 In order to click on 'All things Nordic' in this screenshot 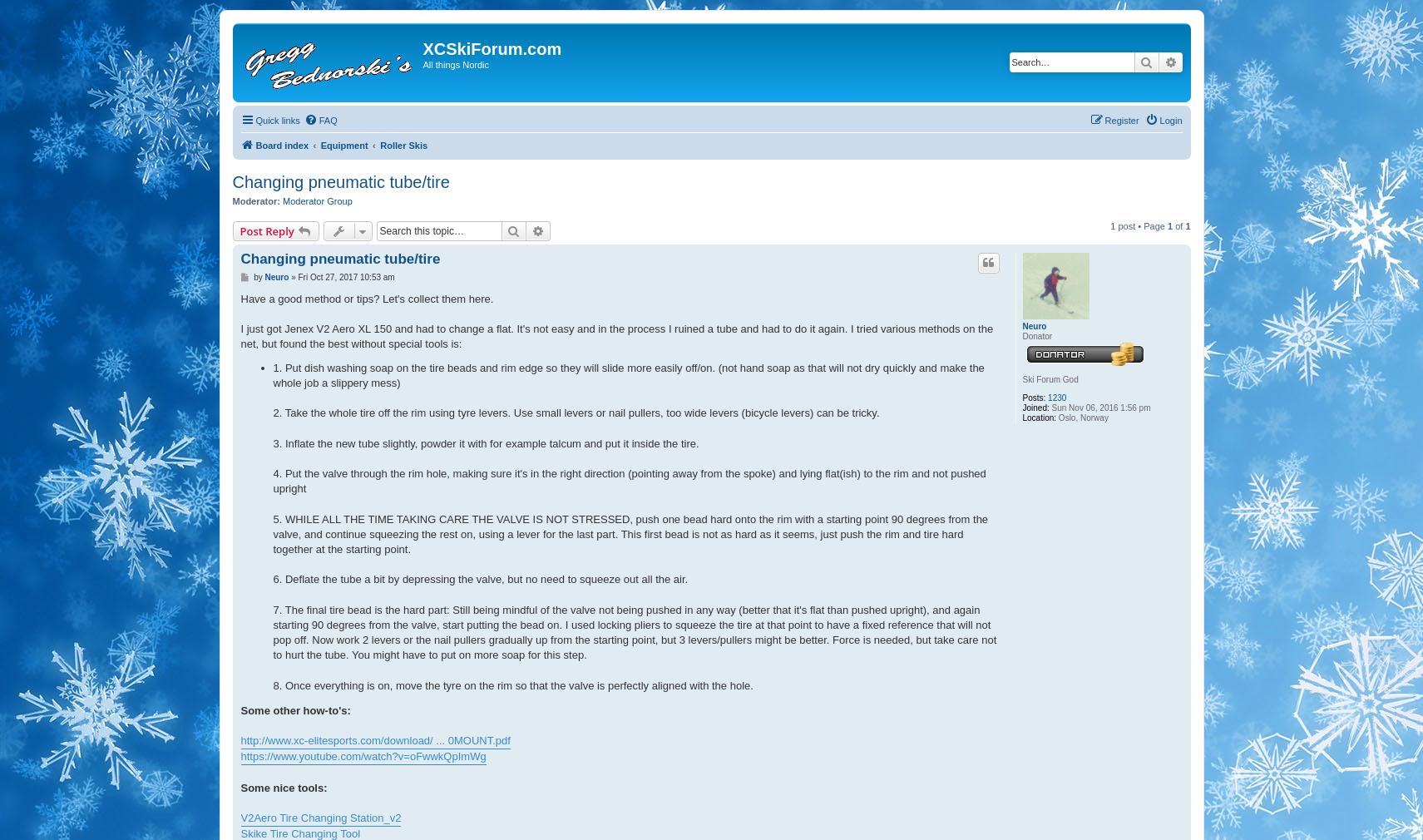, I will do `click(455, 63)`.